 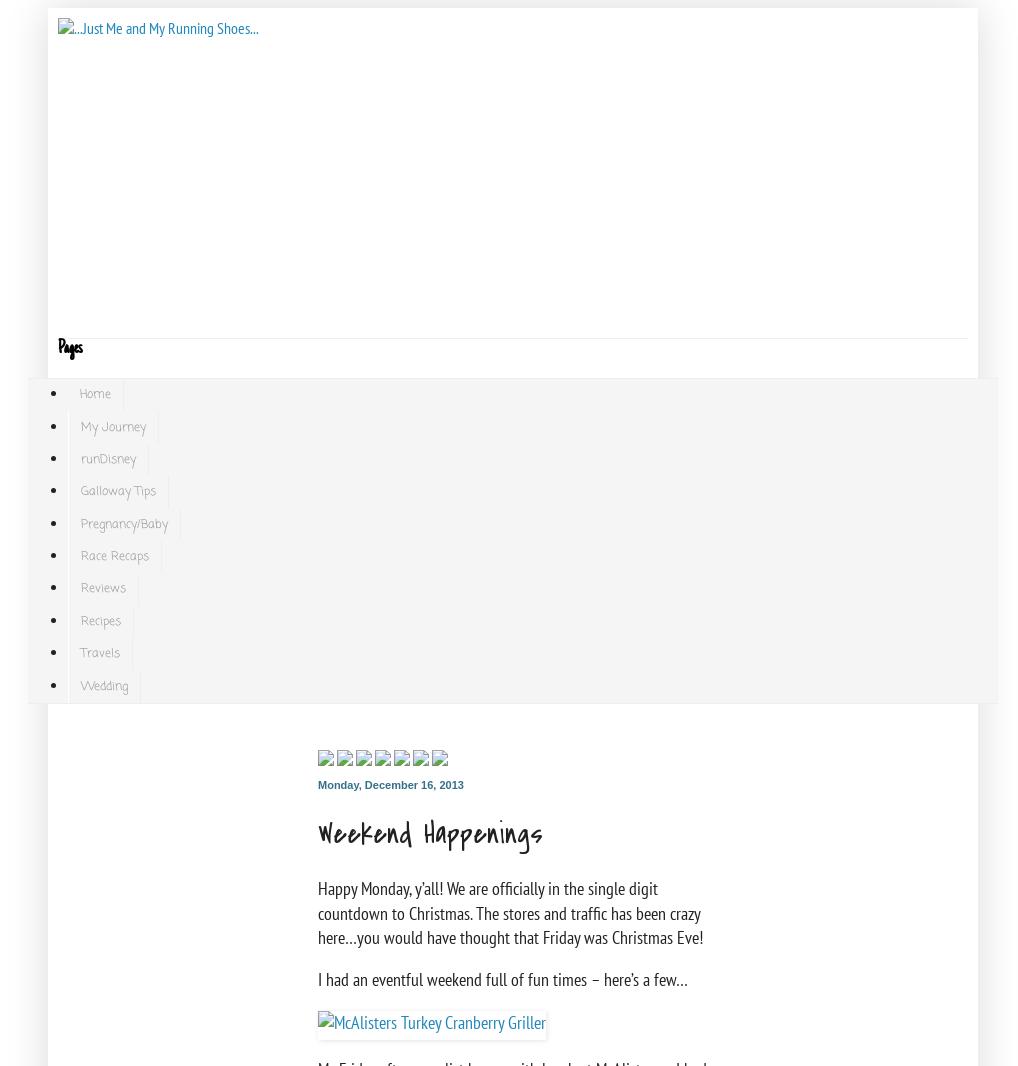 What do you see at coordinates (100, 652) in the screenshot?
I see `'Travels'` at bounding box center [100, 652].